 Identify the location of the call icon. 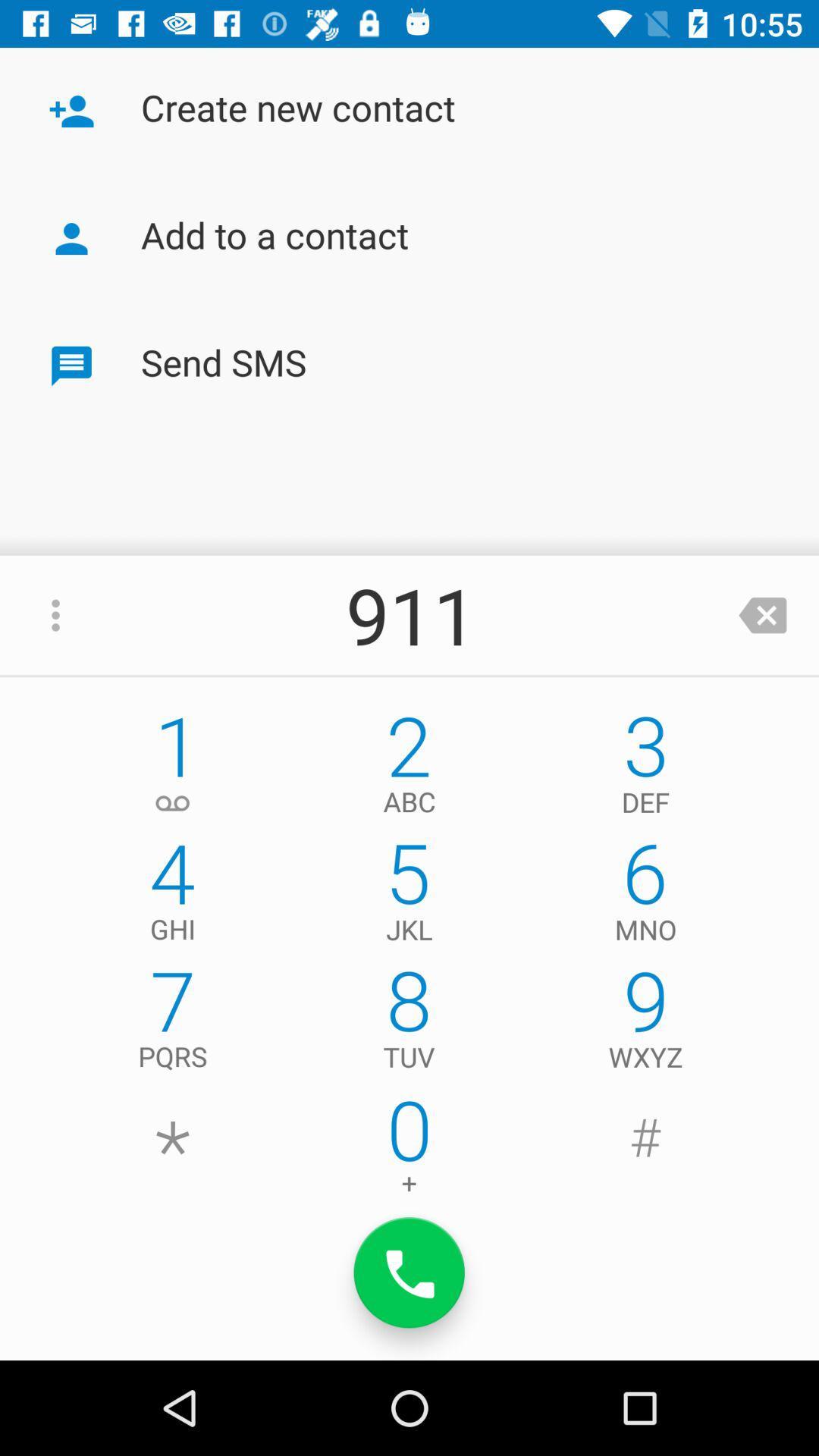
(409, 1272).